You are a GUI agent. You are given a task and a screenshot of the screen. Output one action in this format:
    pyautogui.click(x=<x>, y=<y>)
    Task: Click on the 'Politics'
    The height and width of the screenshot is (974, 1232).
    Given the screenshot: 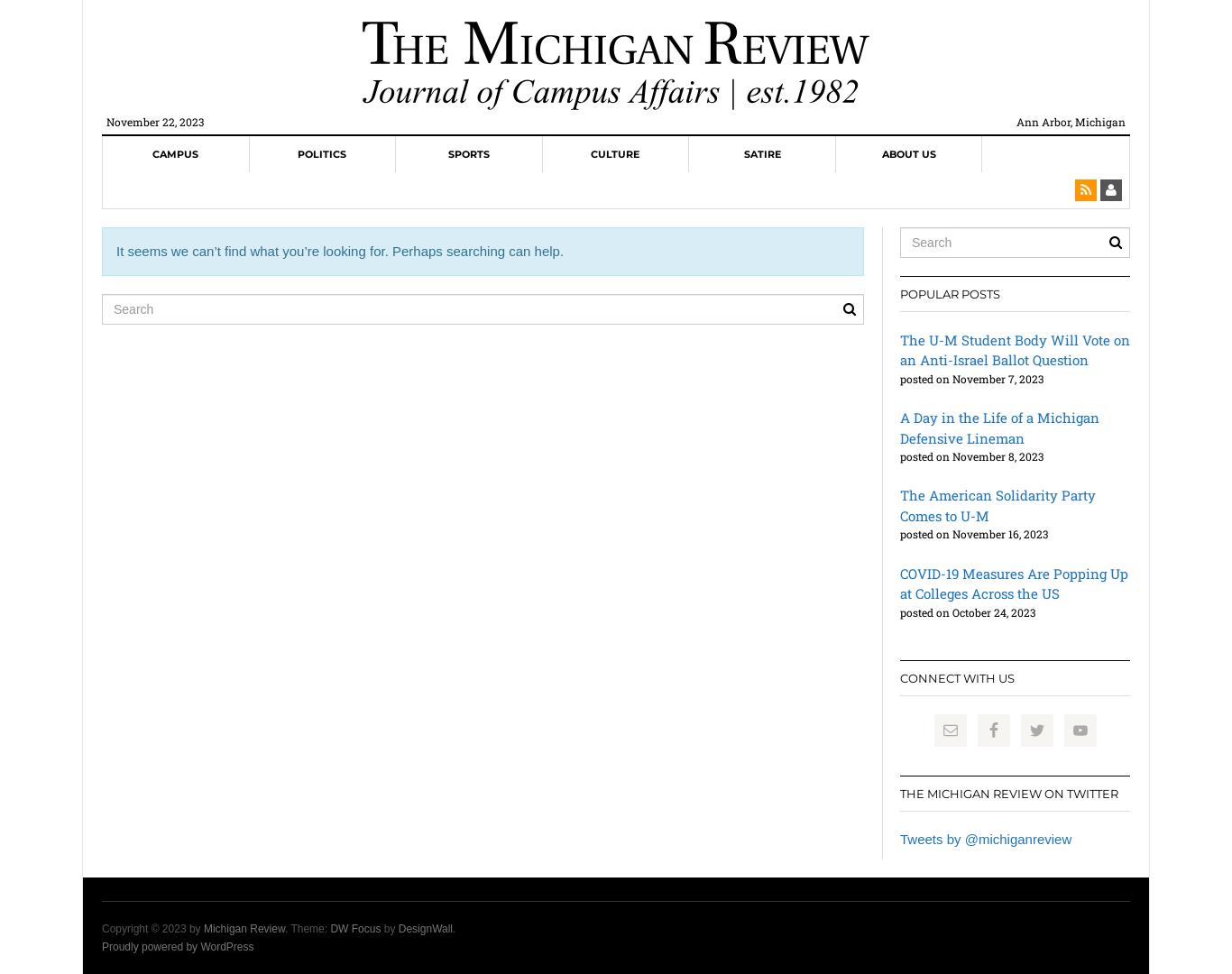 What is the action you would take?
    pyautogui.click(x=320, y=152)
    